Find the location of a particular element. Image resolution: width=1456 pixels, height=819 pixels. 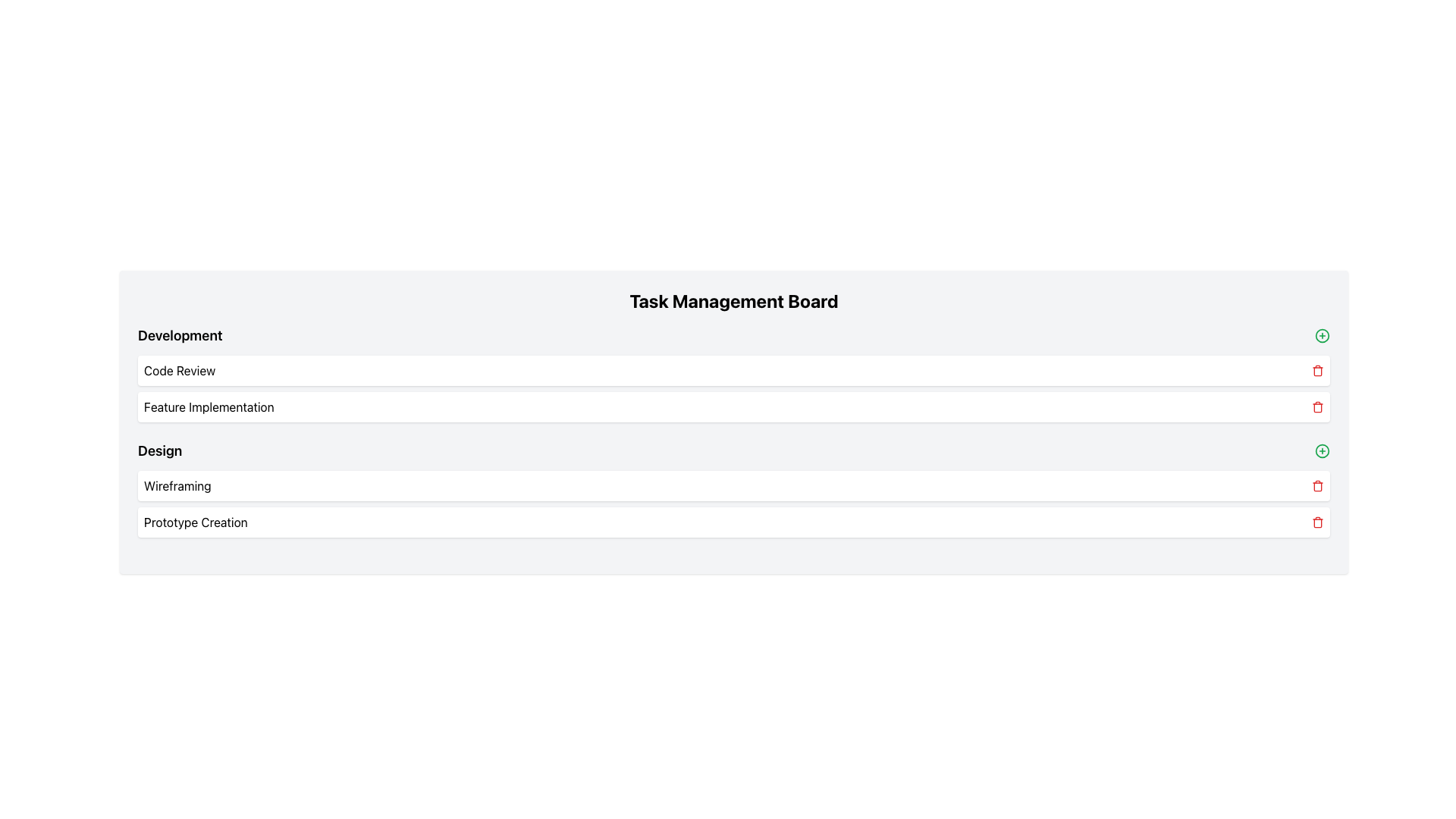

the innermost circular part of the 'plus' icon located in the top-right corner of the task management board in the 'Development' category is located at coordinates (1321, 335).